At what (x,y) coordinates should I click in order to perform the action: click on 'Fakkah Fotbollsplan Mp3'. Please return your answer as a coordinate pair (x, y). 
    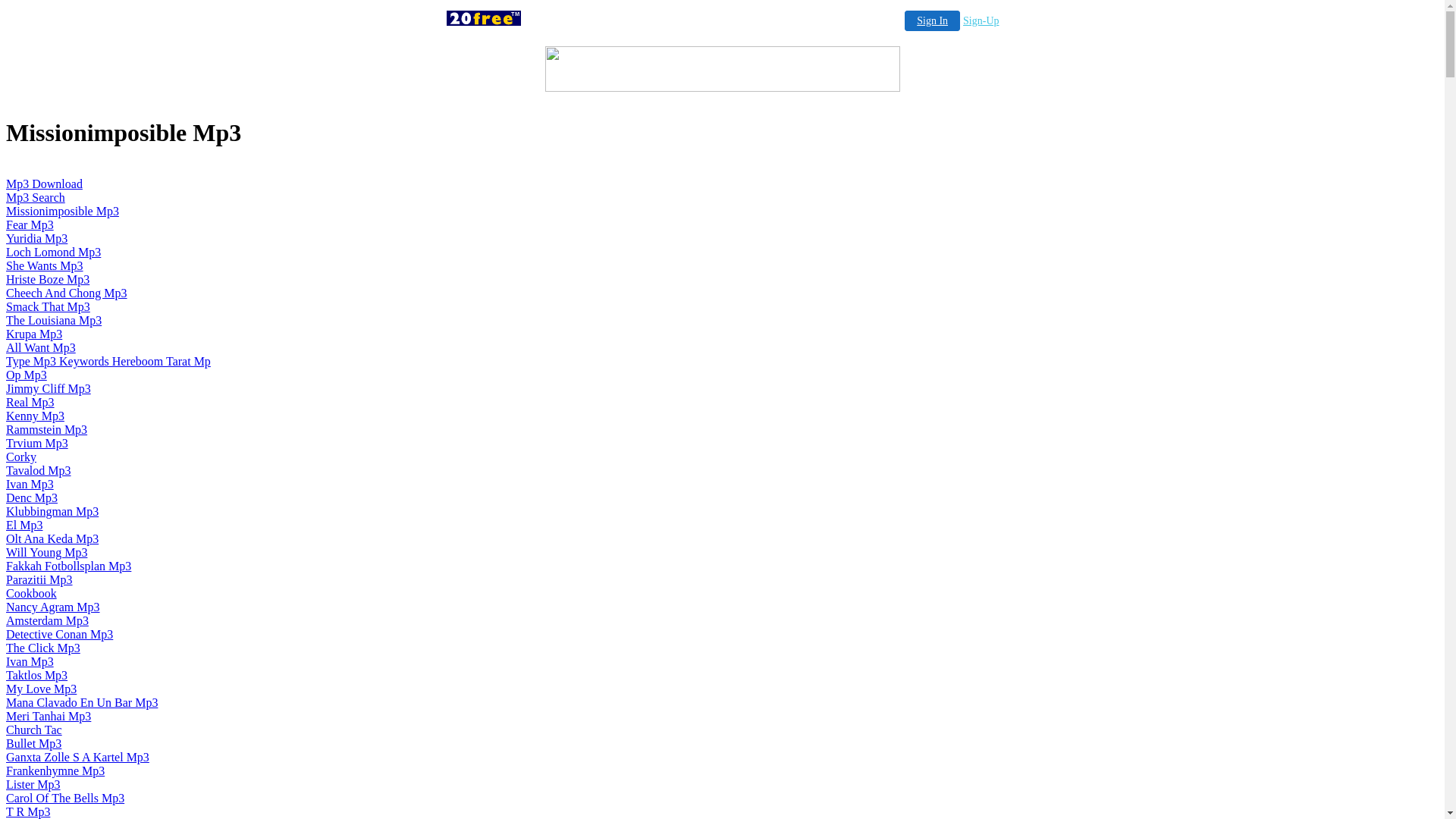
    Looking at the image, I should click on (67, 566).